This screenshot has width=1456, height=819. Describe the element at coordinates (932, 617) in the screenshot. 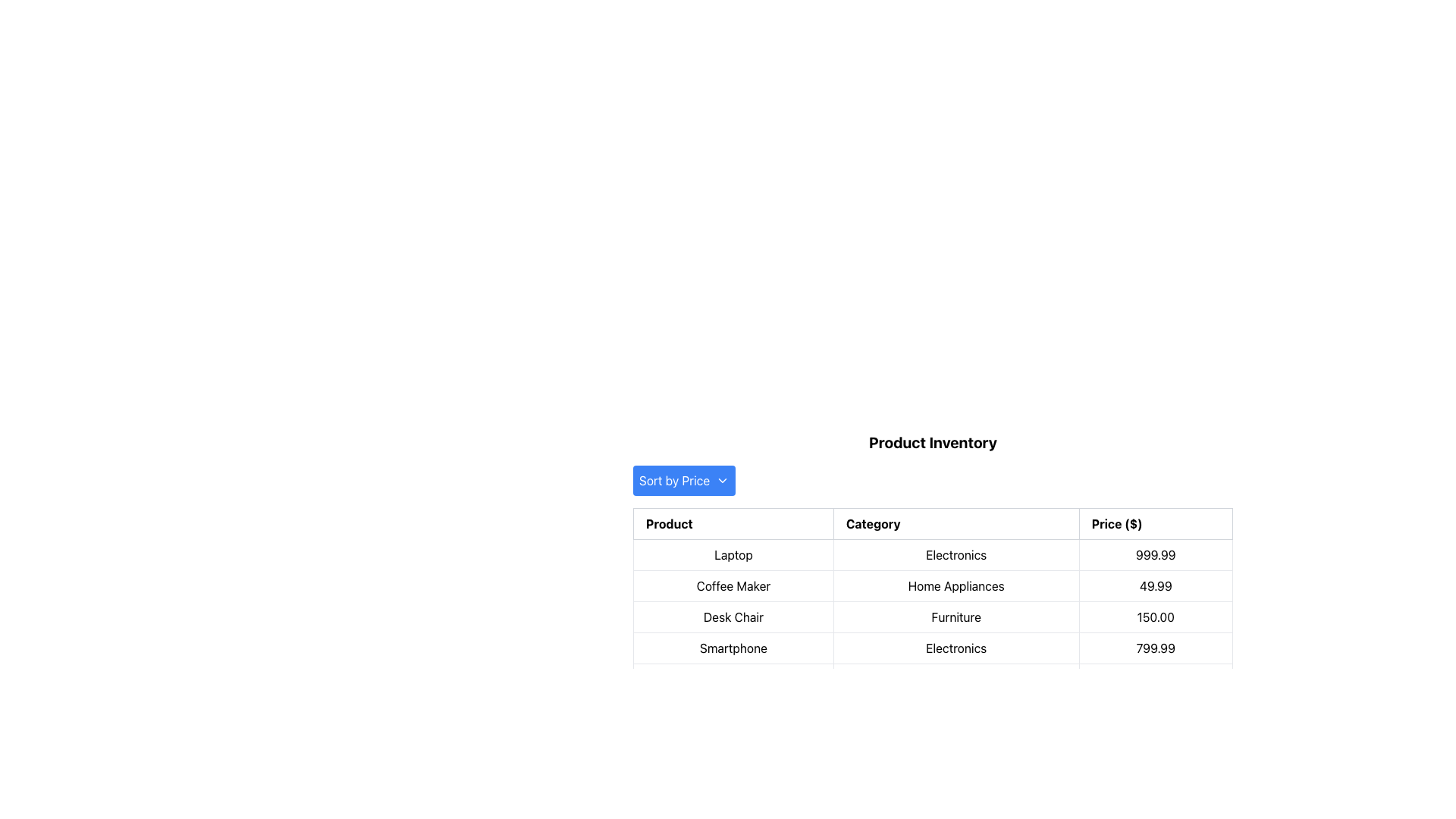

I see `the details displayed in the third row of the product inventory table, which includes information about the 'Desk Chair', its category 'Furniture', and price '150.00'` at that location.